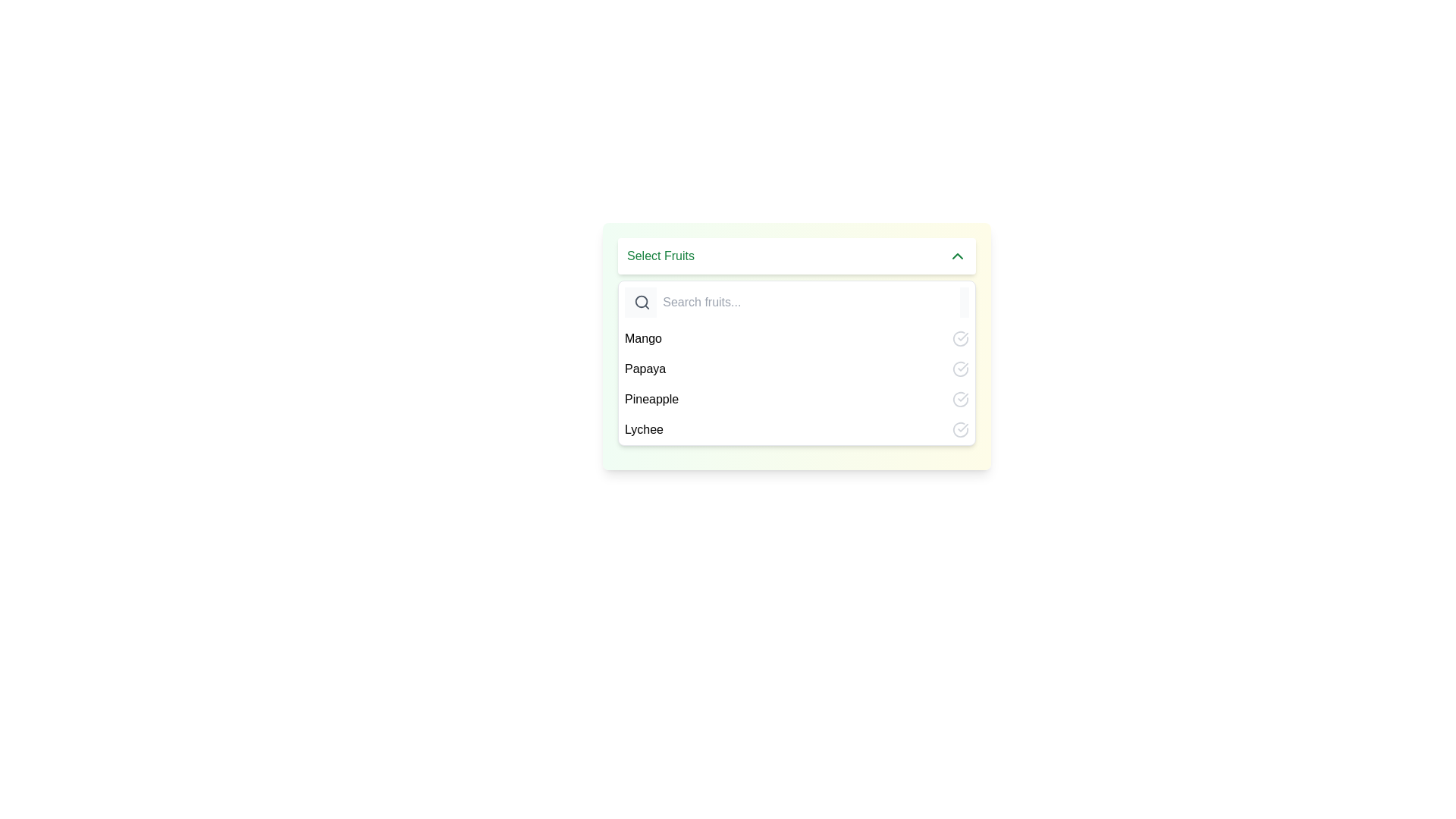  I want to click on the list item displaying 'Lychee', so click(796, 430).